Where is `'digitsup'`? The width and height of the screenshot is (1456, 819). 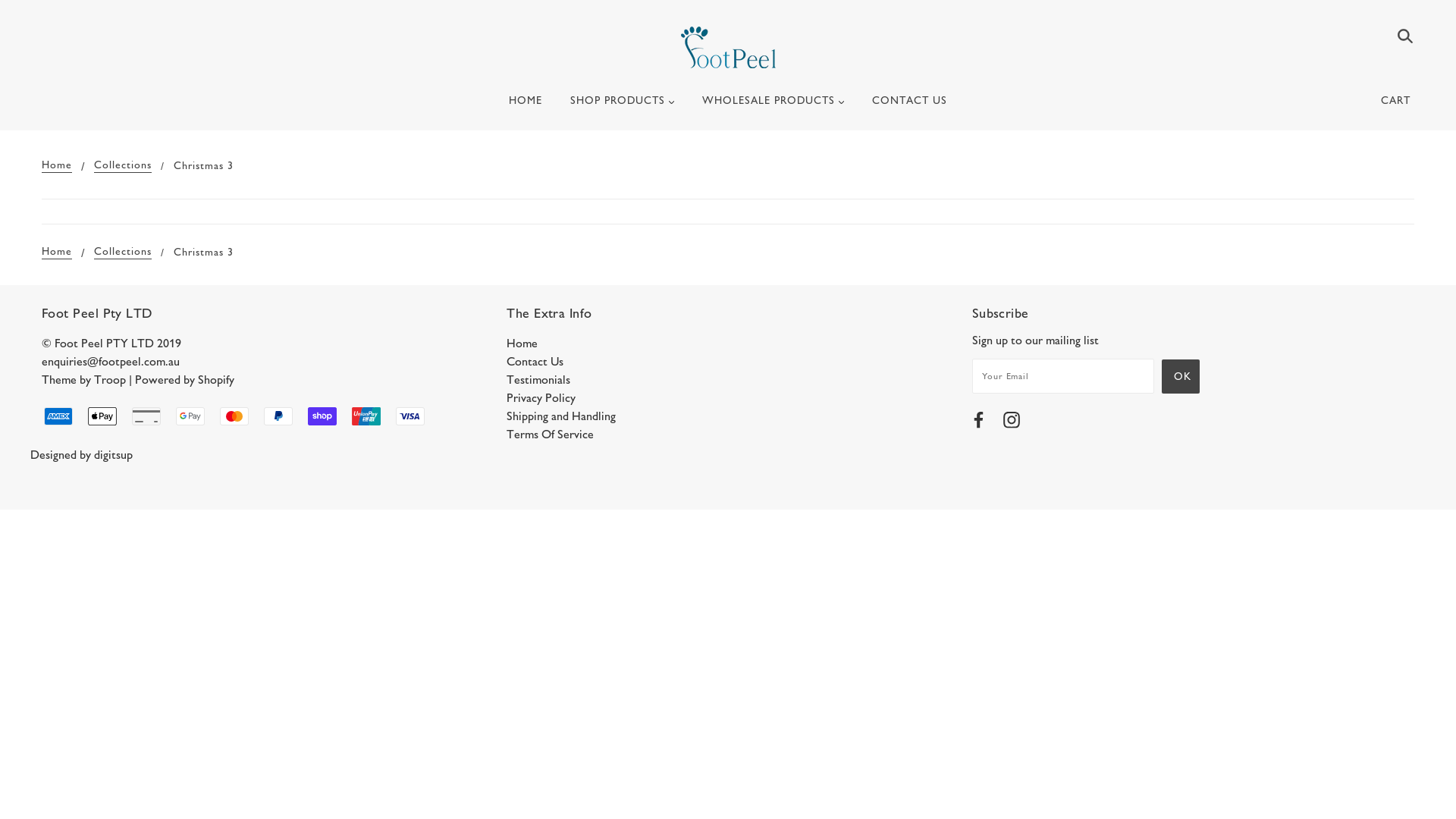
'digitsup' is located at coordinates (112, 453).